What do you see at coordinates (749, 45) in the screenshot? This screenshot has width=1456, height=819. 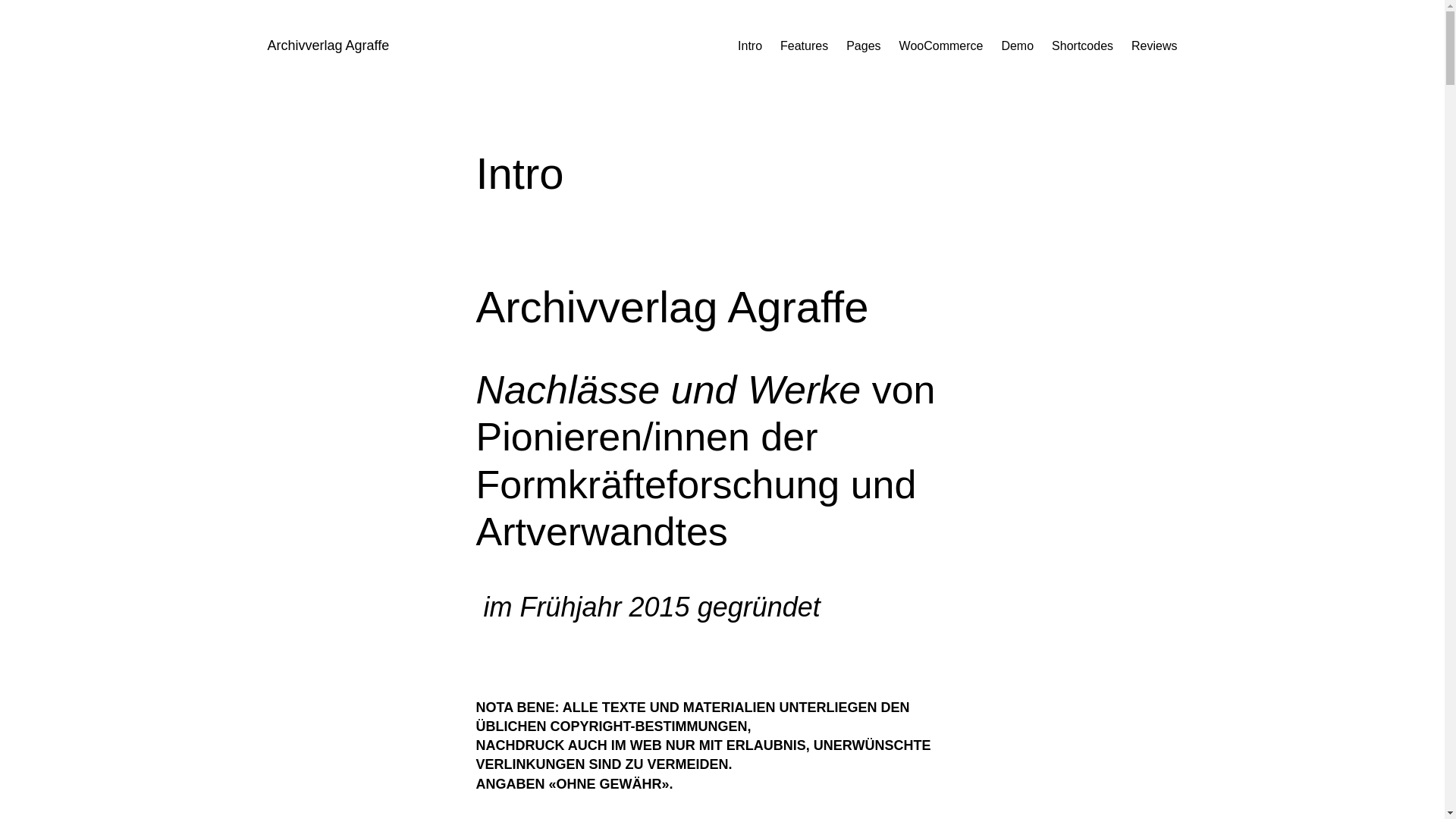 I see `'Intro'` at bounding box center [749, 45].